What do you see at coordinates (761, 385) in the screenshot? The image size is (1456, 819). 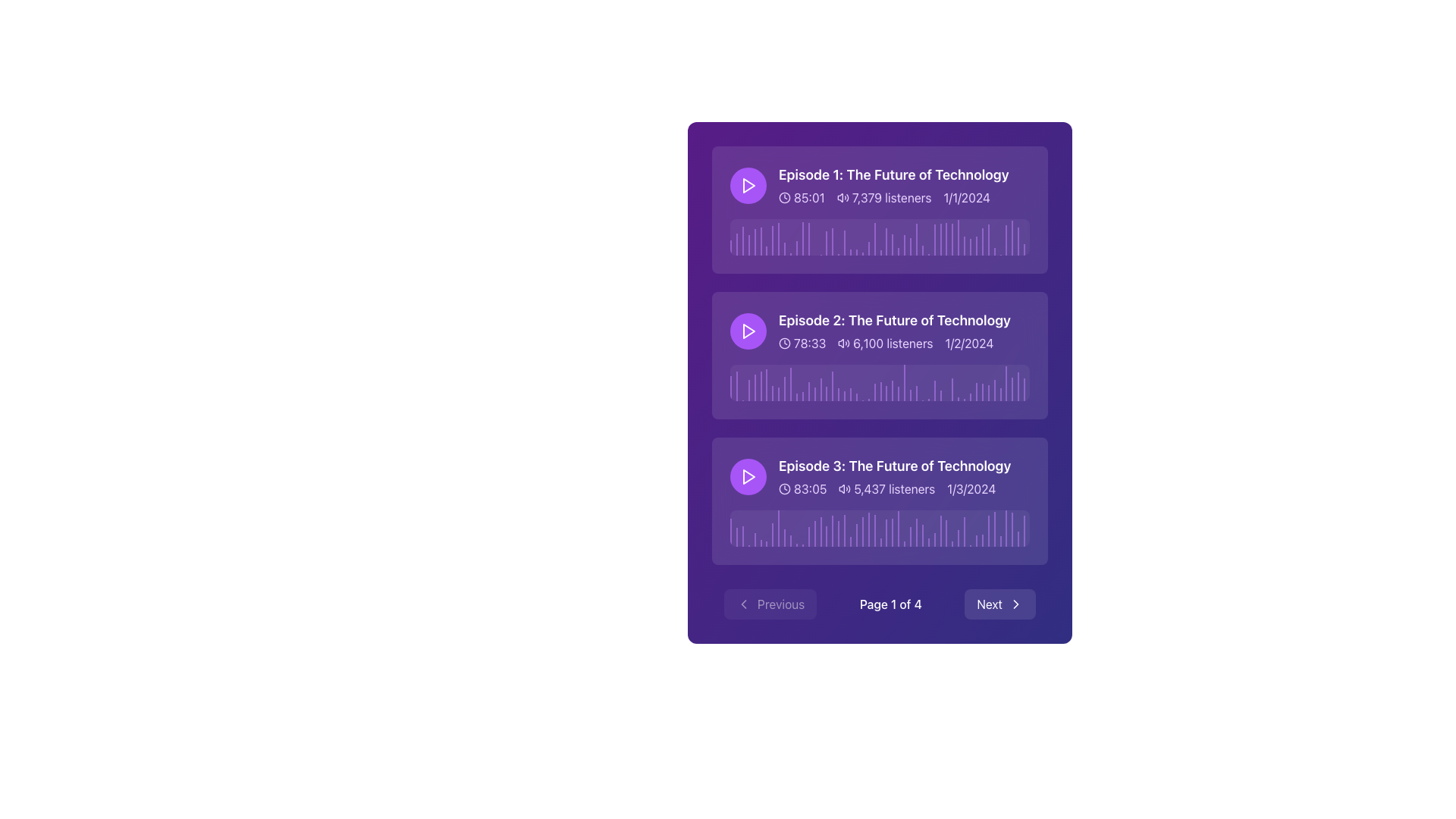 I see `the sixth graphical bar segment in the audio playback timeline located in the second card of the list to understand its representation in the graph` at bounding box center [761, 385].